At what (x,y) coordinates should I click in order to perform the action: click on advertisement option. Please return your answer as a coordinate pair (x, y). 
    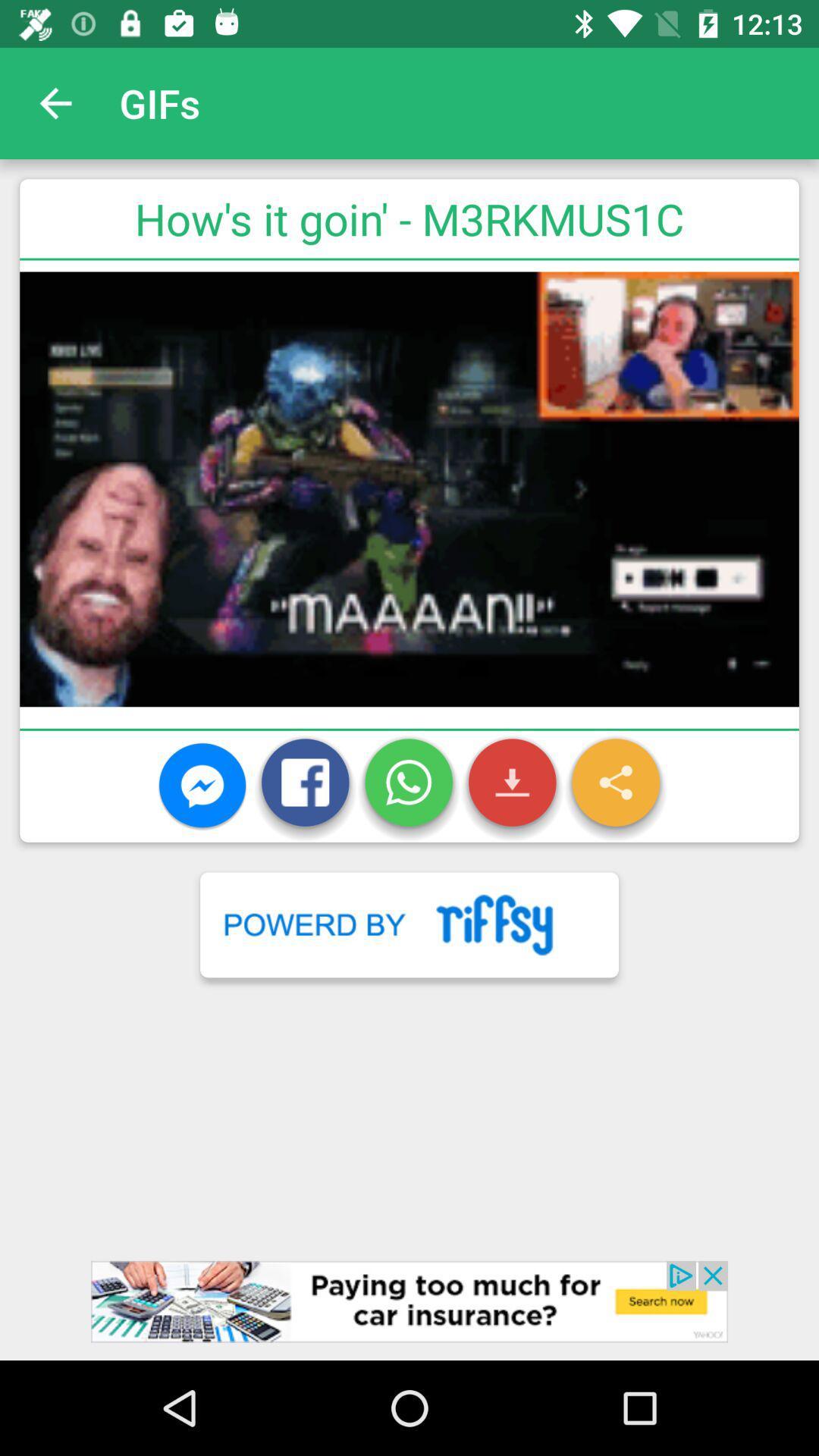
    Looking at the image, I should click on (409, 1310).